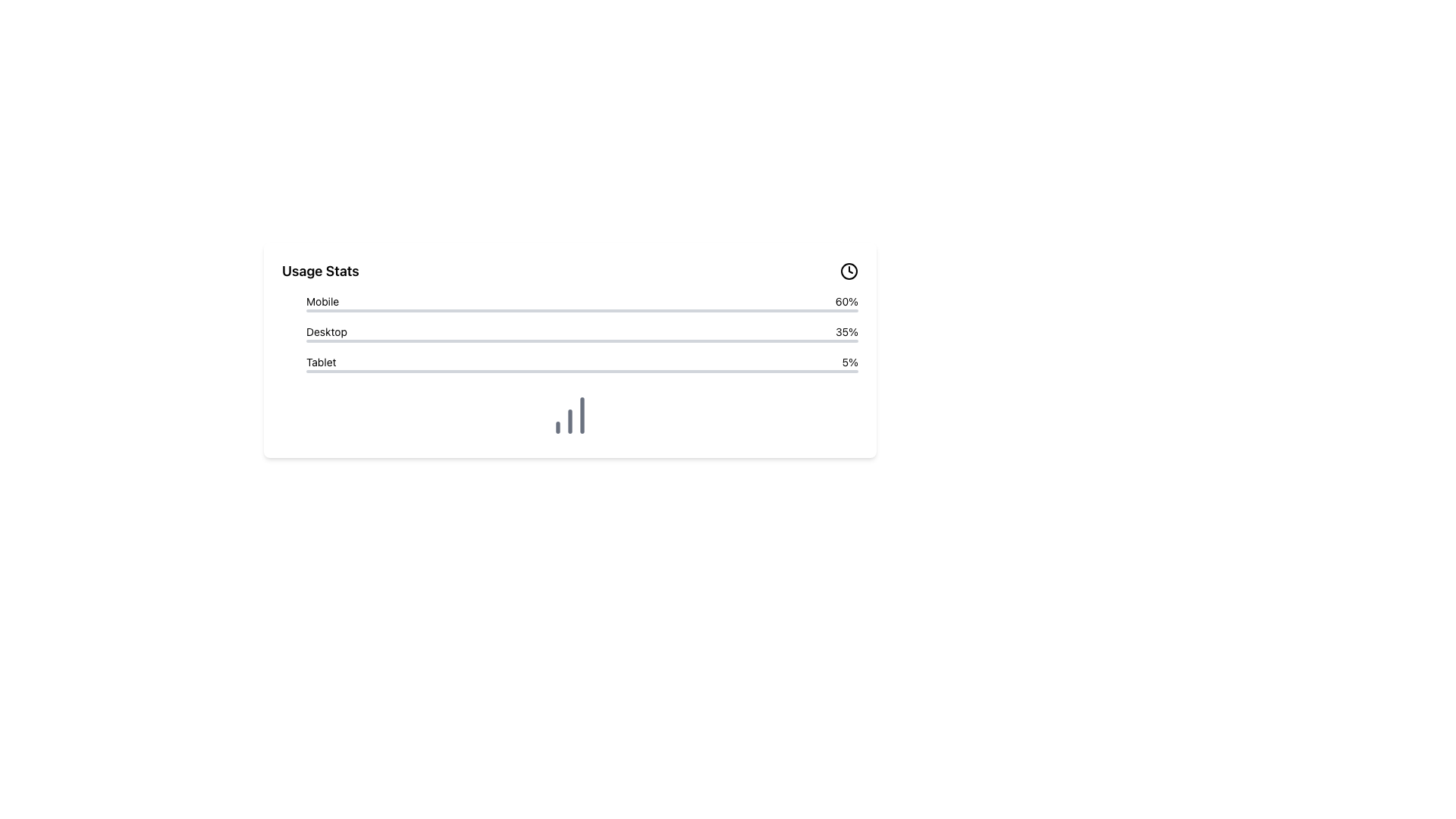 The image size is (1456, 819). What do you see at coordinates (322, 301) in the screenshot?
I see `the descriptive label for the 'Mobile' category in the usage statistics table, located in the topmost row under the header 'Usage Stats'` at bounding box center [322, 301].